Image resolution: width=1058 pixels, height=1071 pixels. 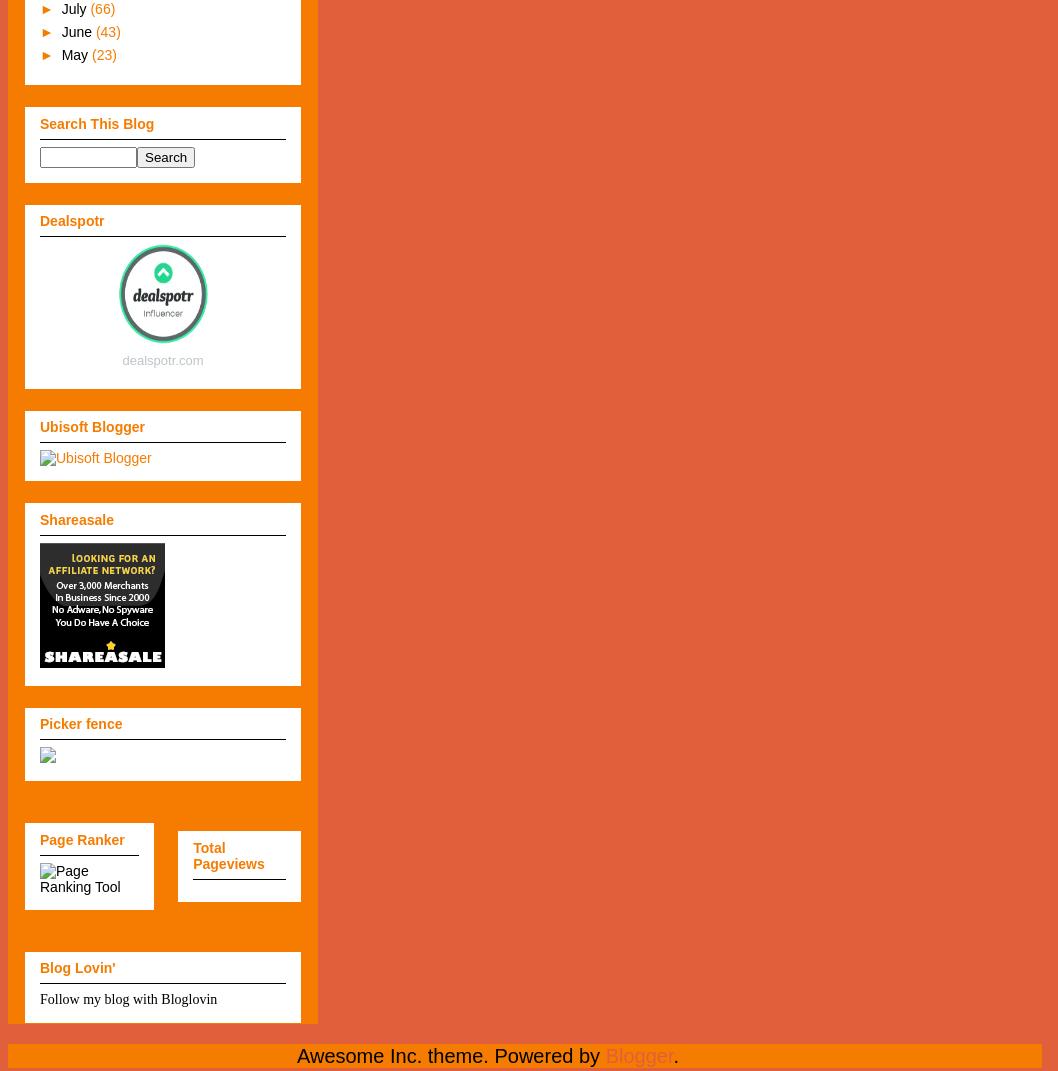 I want to click on 'June', so click(x=77, y=31).